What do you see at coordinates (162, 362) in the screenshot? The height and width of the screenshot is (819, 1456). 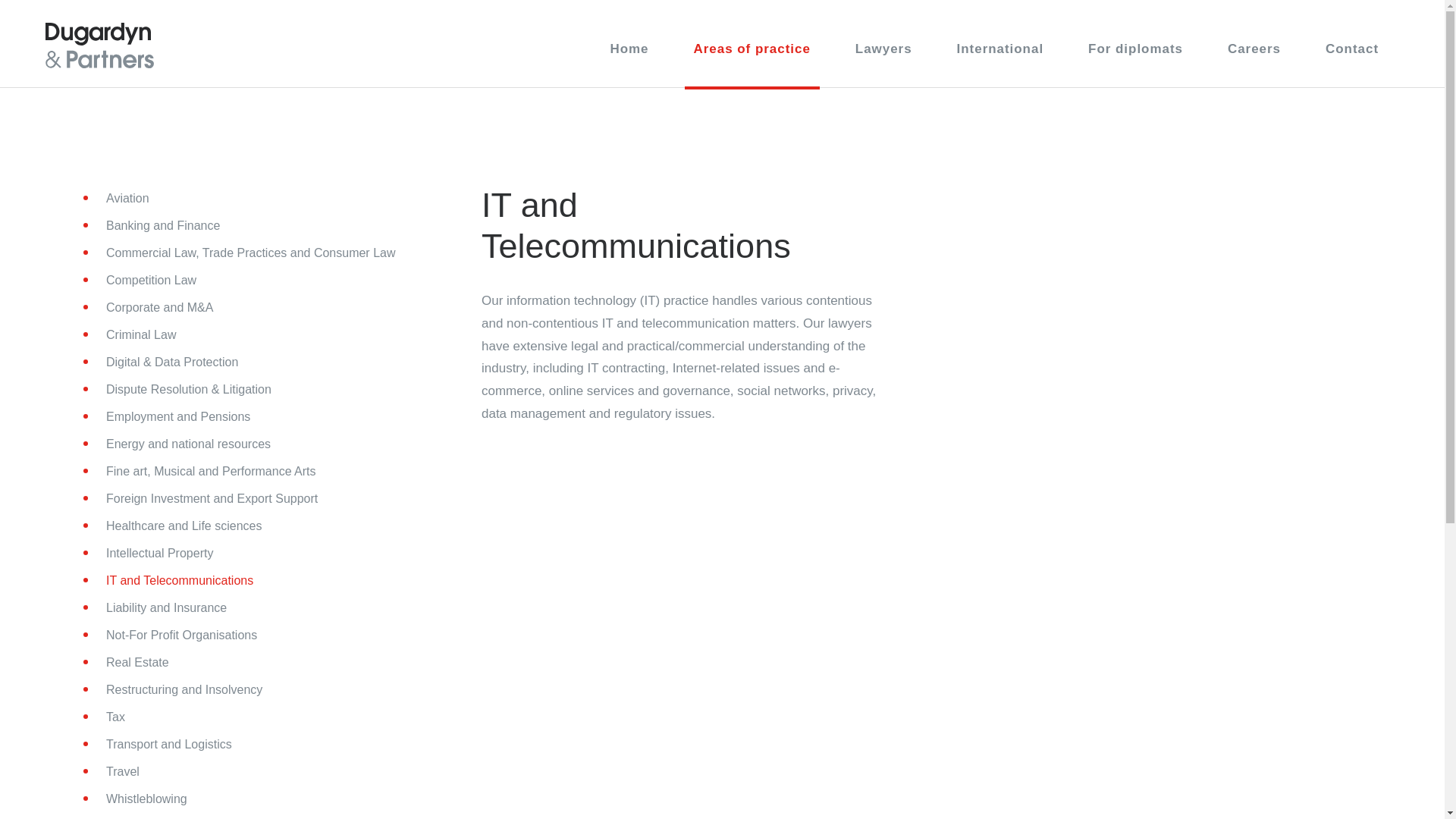 I see `'Digital & Data Protection'` at bounding box center [162, 362].